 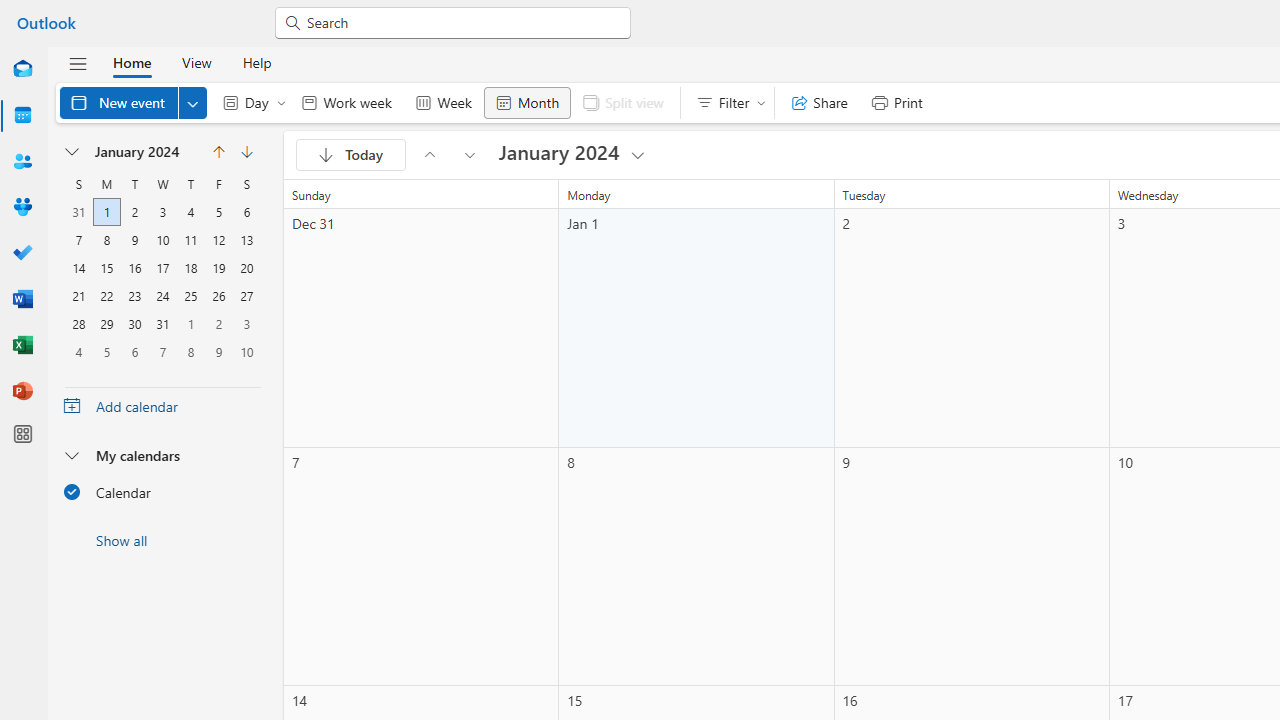 I want to click on '19, January, 2024', so click(x=218, y=267).